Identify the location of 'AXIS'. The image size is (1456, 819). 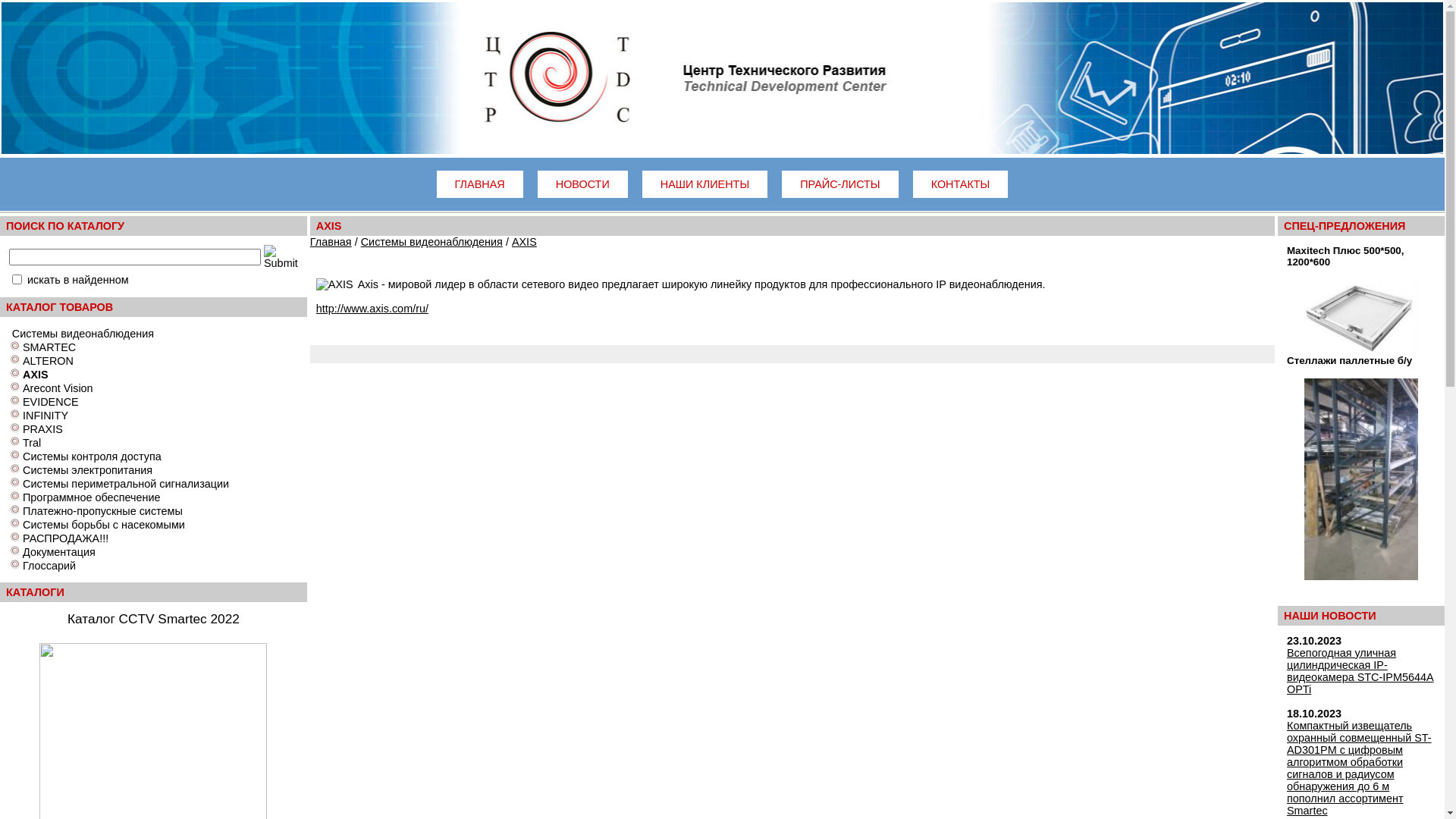
(22, 374).